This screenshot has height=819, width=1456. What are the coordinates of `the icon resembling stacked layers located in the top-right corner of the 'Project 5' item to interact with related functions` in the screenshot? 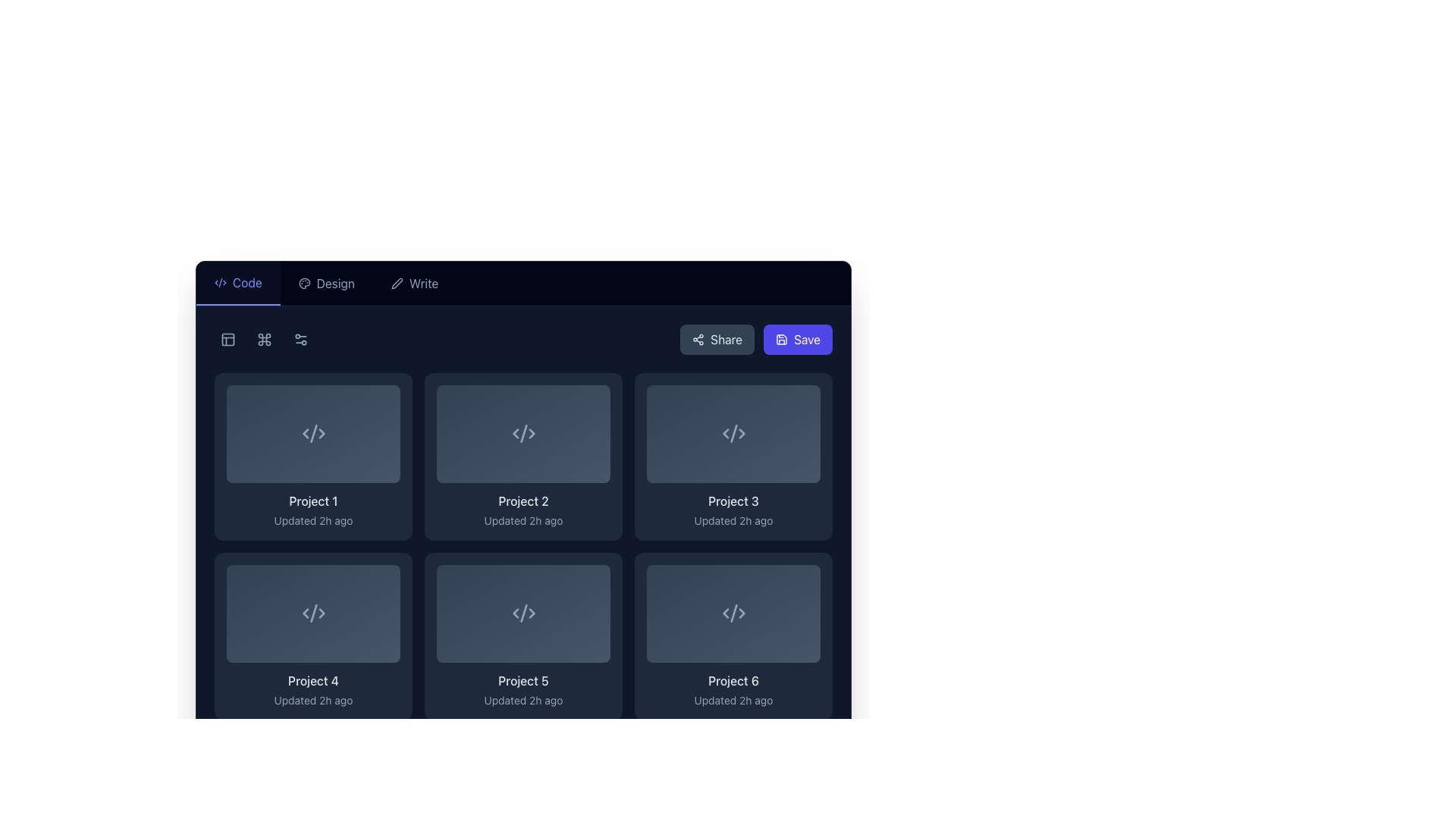 It's located at (607, 567).